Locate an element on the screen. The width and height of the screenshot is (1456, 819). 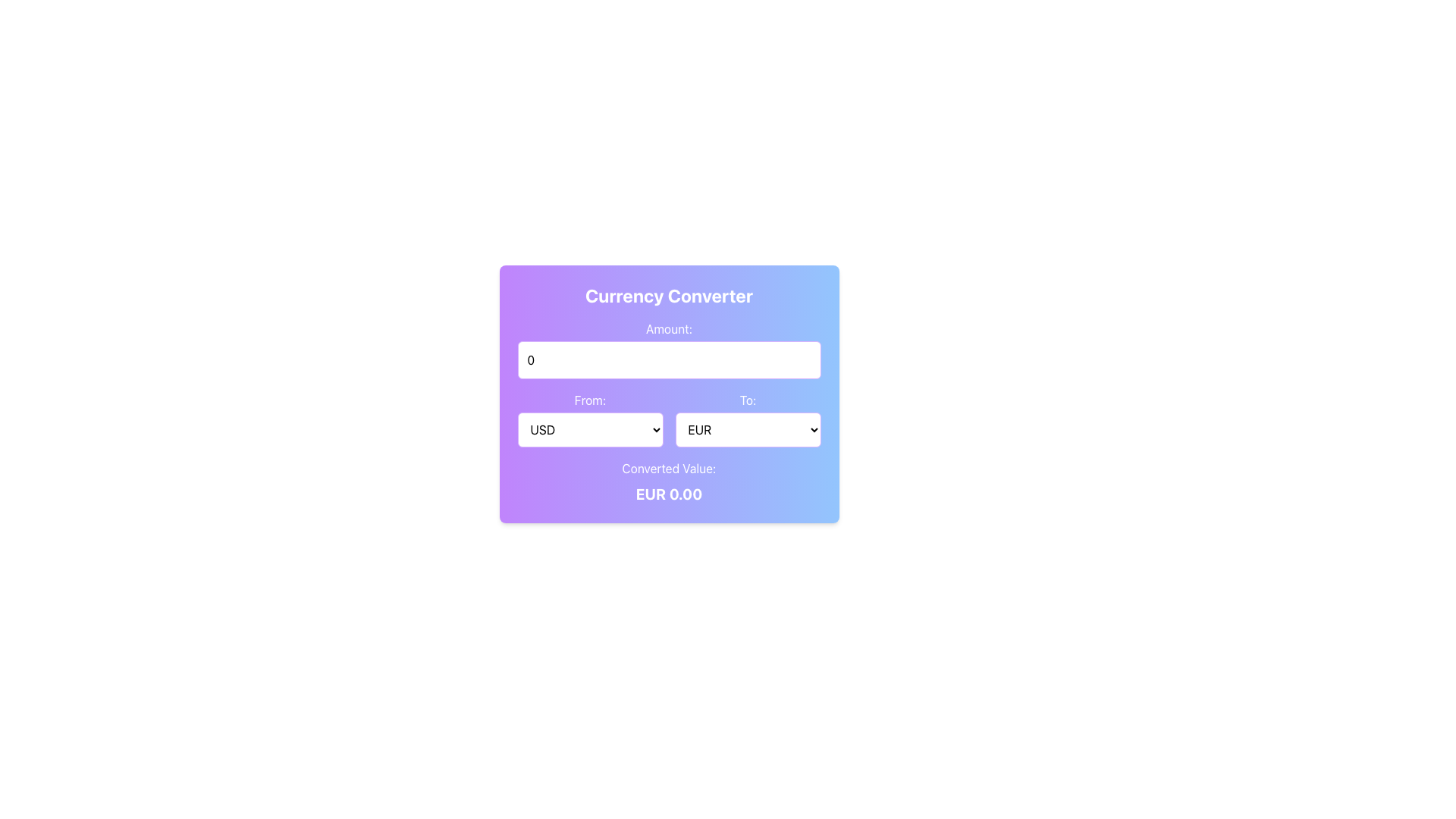
the Static Text Label displaying 'Converted Value:' which is centered above the output value 'EUR 0.00' is located at coordinates (668, 467).